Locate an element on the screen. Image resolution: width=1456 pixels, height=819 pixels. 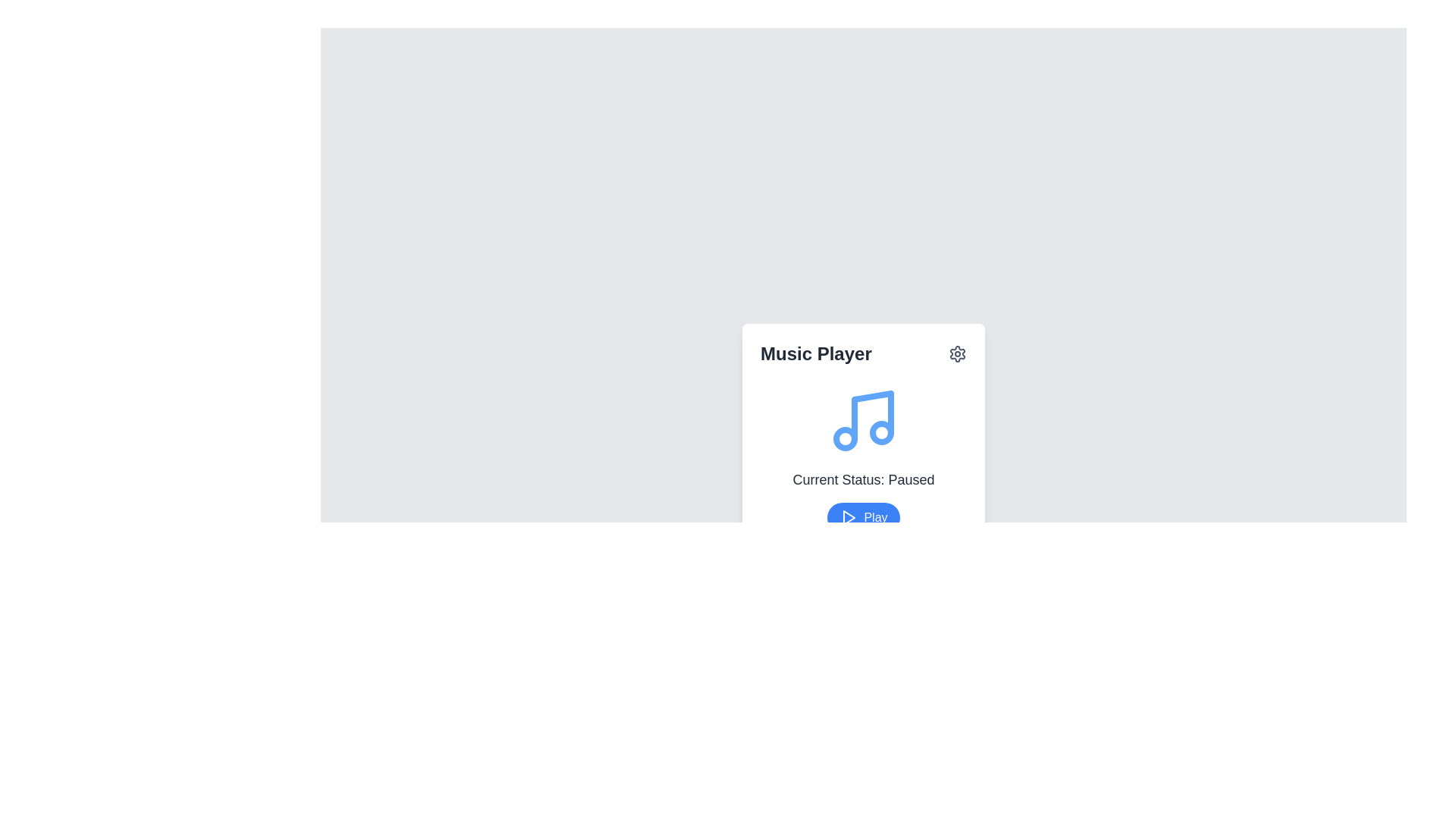
the gear-shaped icon button located in the header of the 'Music Player' section is located at coordinates (956, 353).